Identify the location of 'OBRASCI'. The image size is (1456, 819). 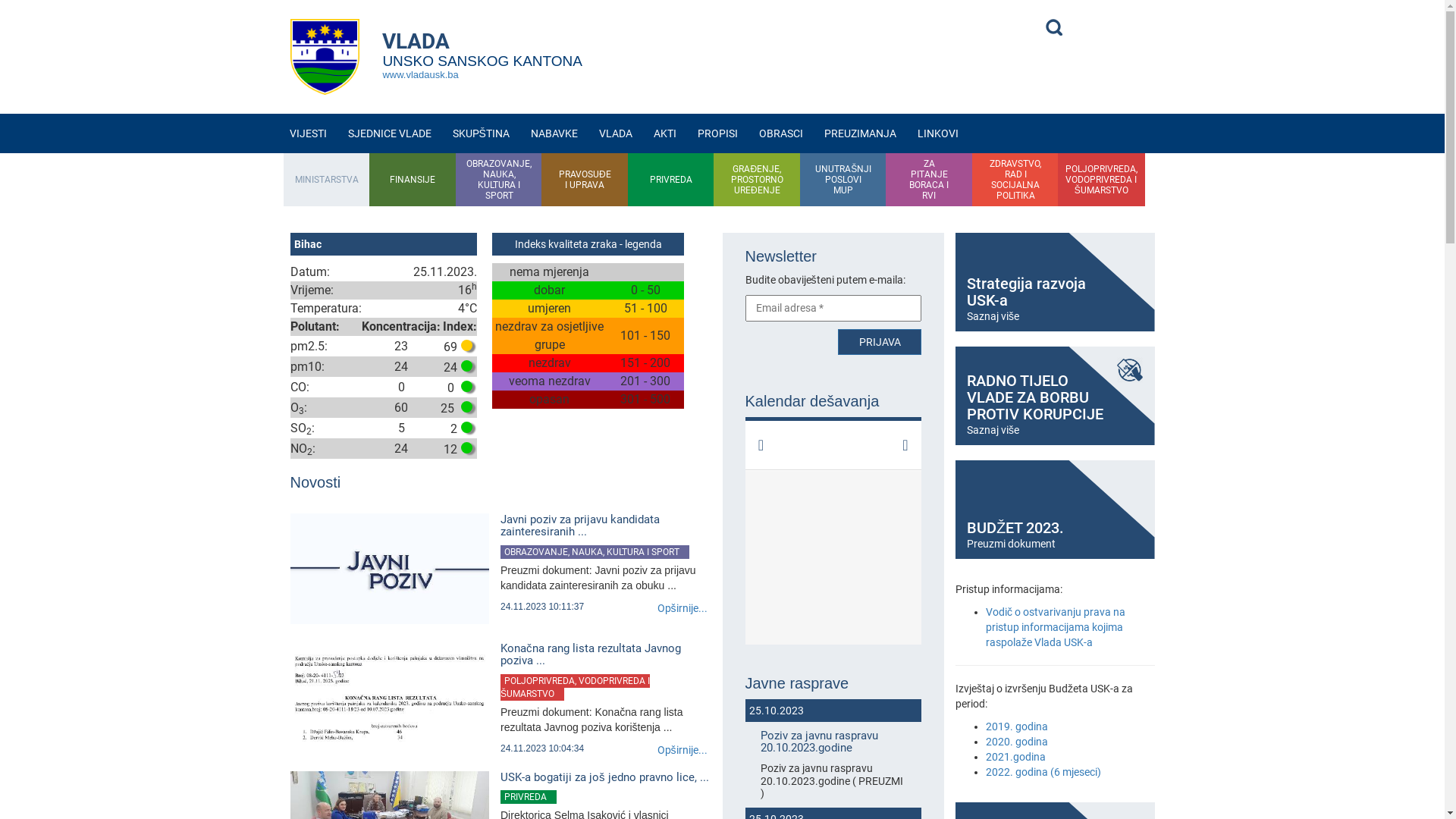
(748, 133).